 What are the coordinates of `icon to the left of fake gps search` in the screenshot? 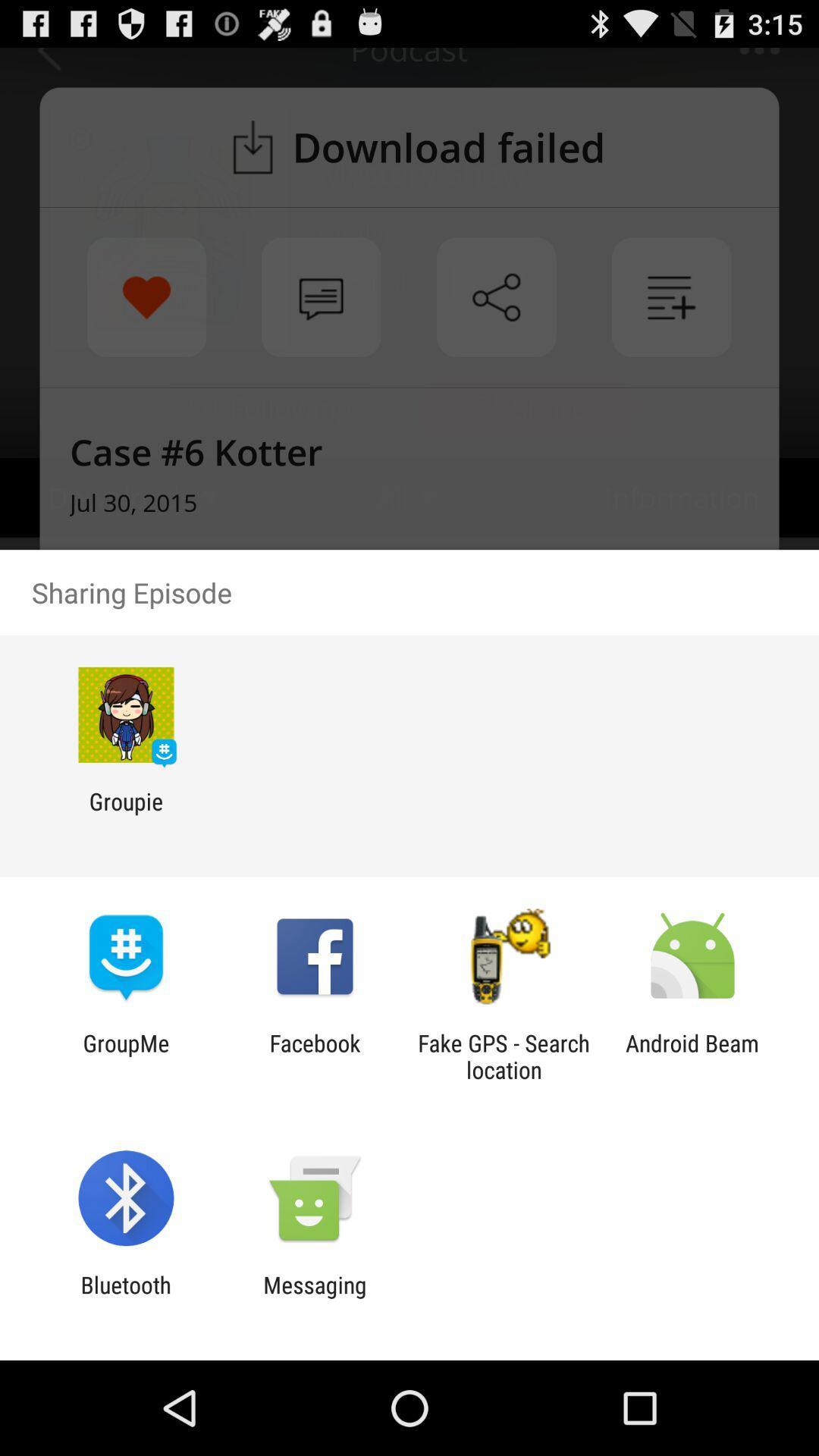 It's located at (314, 1056).